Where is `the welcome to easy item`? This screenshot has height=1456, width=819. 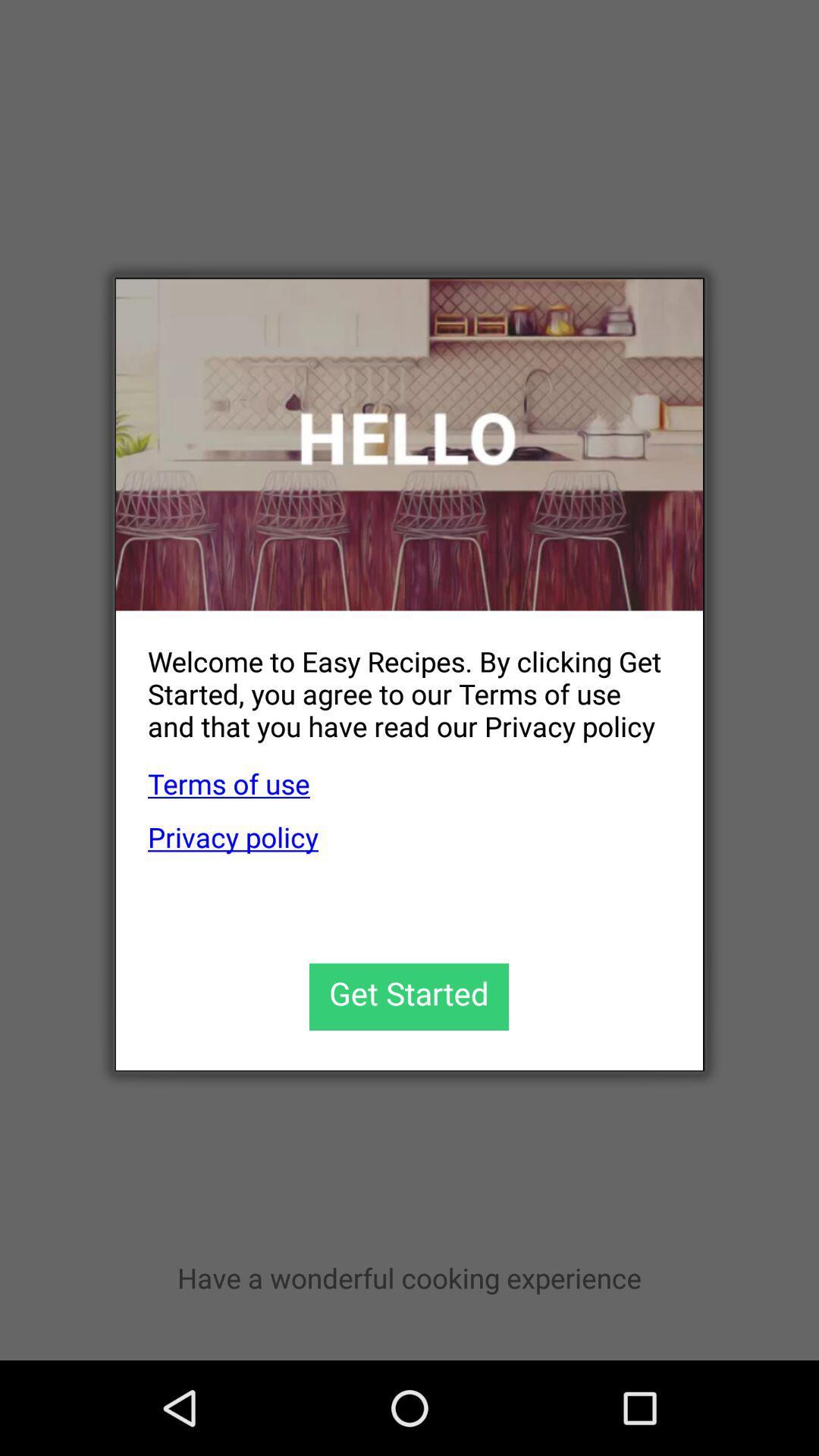
the welcome to easy item is located at coordinates (393, 681).